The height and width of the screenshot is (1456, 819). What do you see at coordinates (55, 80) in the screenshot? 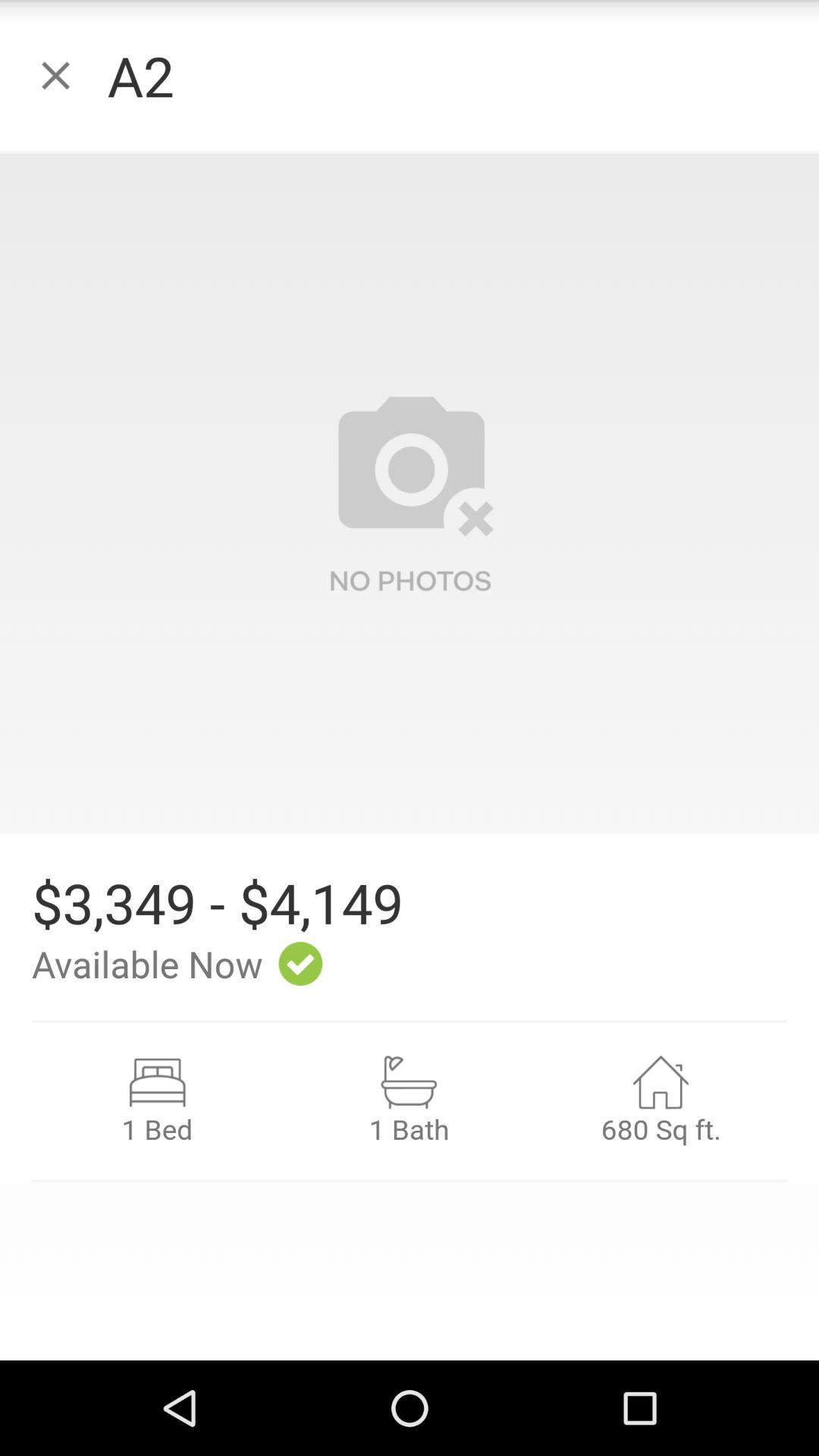
I see `the close icon` at bounding box center [55, 80].